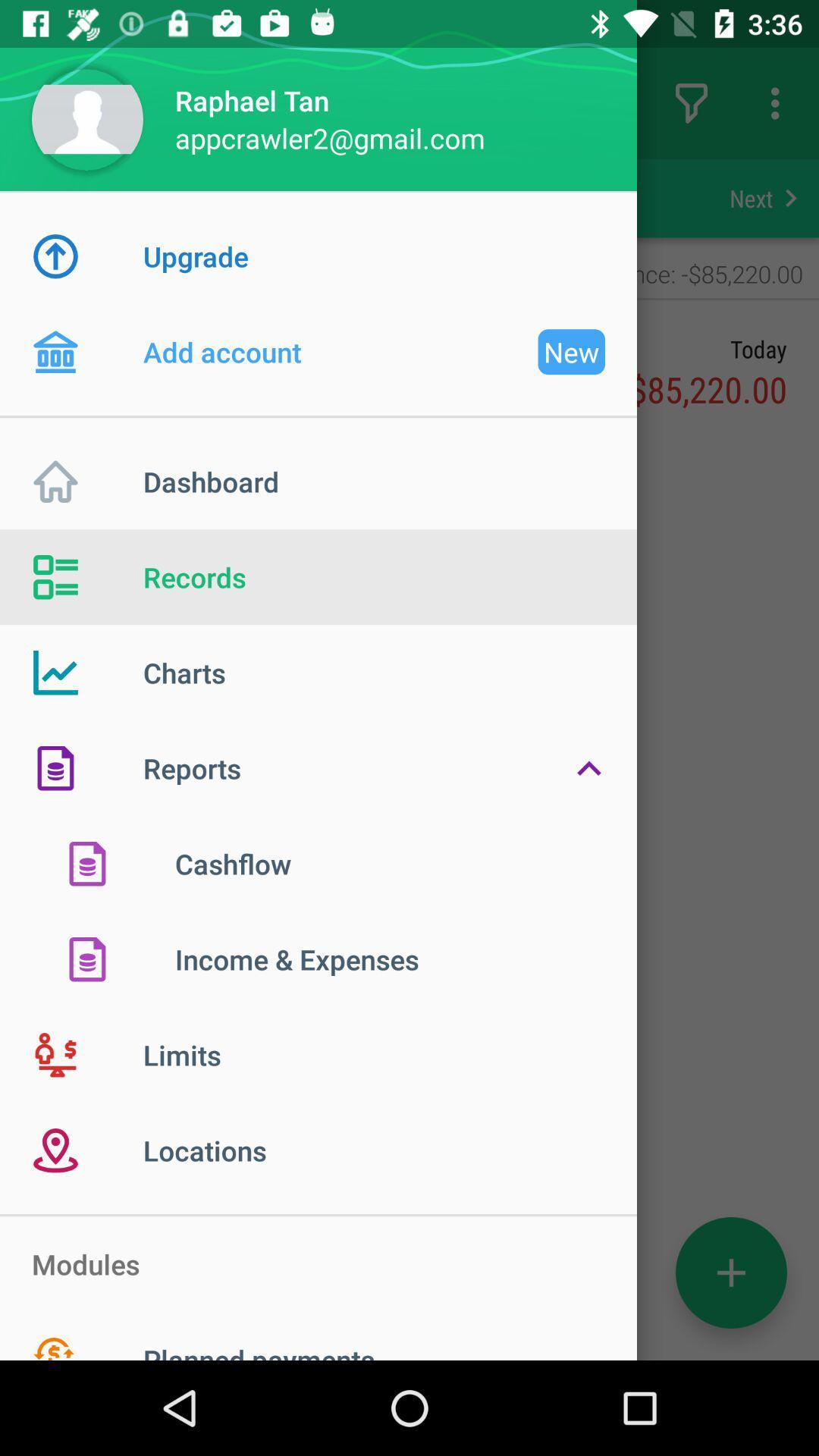 This screenshot has width=819, height=1456. What do you see at coordinates (730, 1272) in the screenshot?
I see `the add icon` at bounding box center [730, 1272].